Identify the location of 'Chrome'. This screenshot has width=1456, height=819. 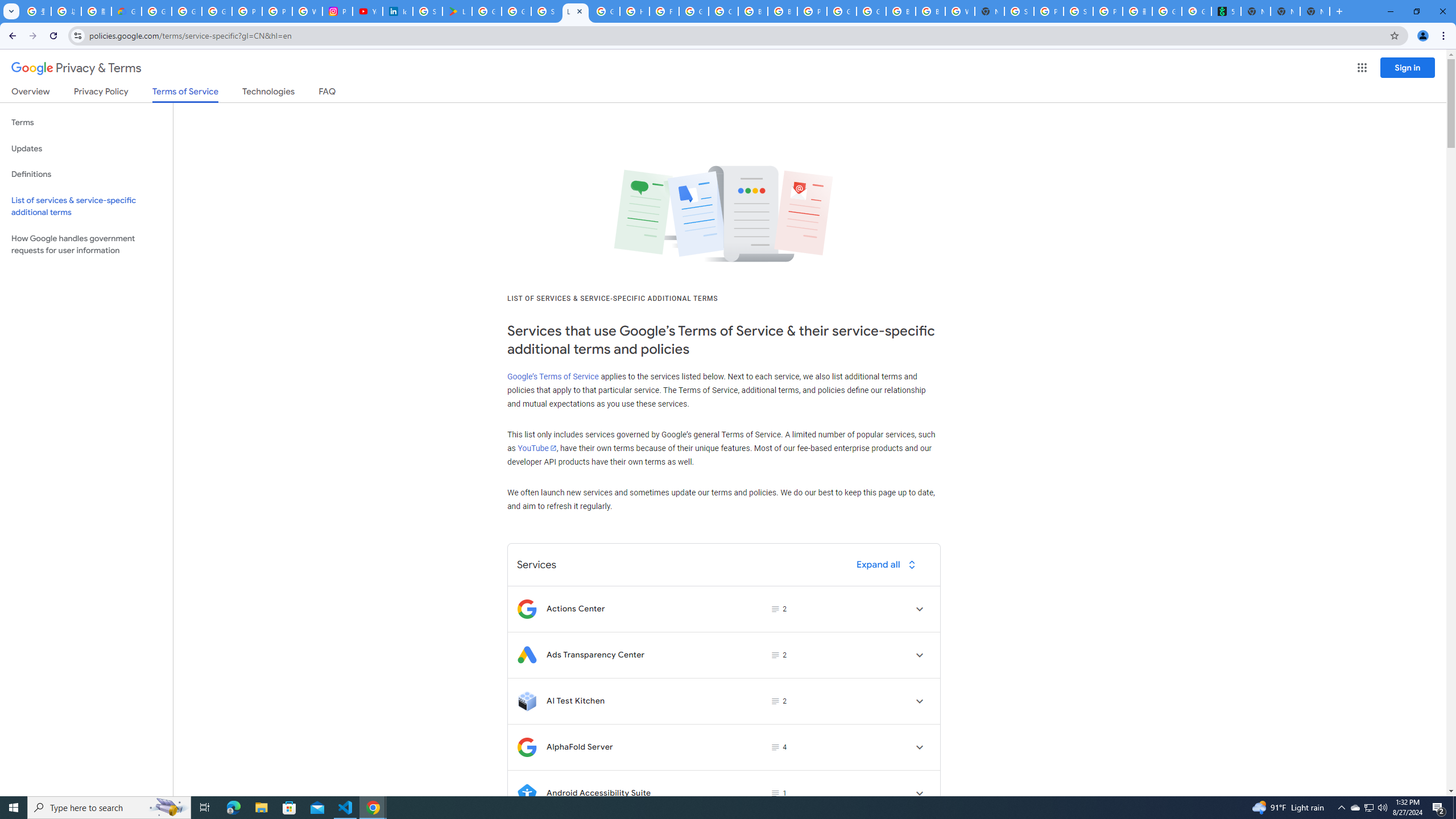
(1444, 35).